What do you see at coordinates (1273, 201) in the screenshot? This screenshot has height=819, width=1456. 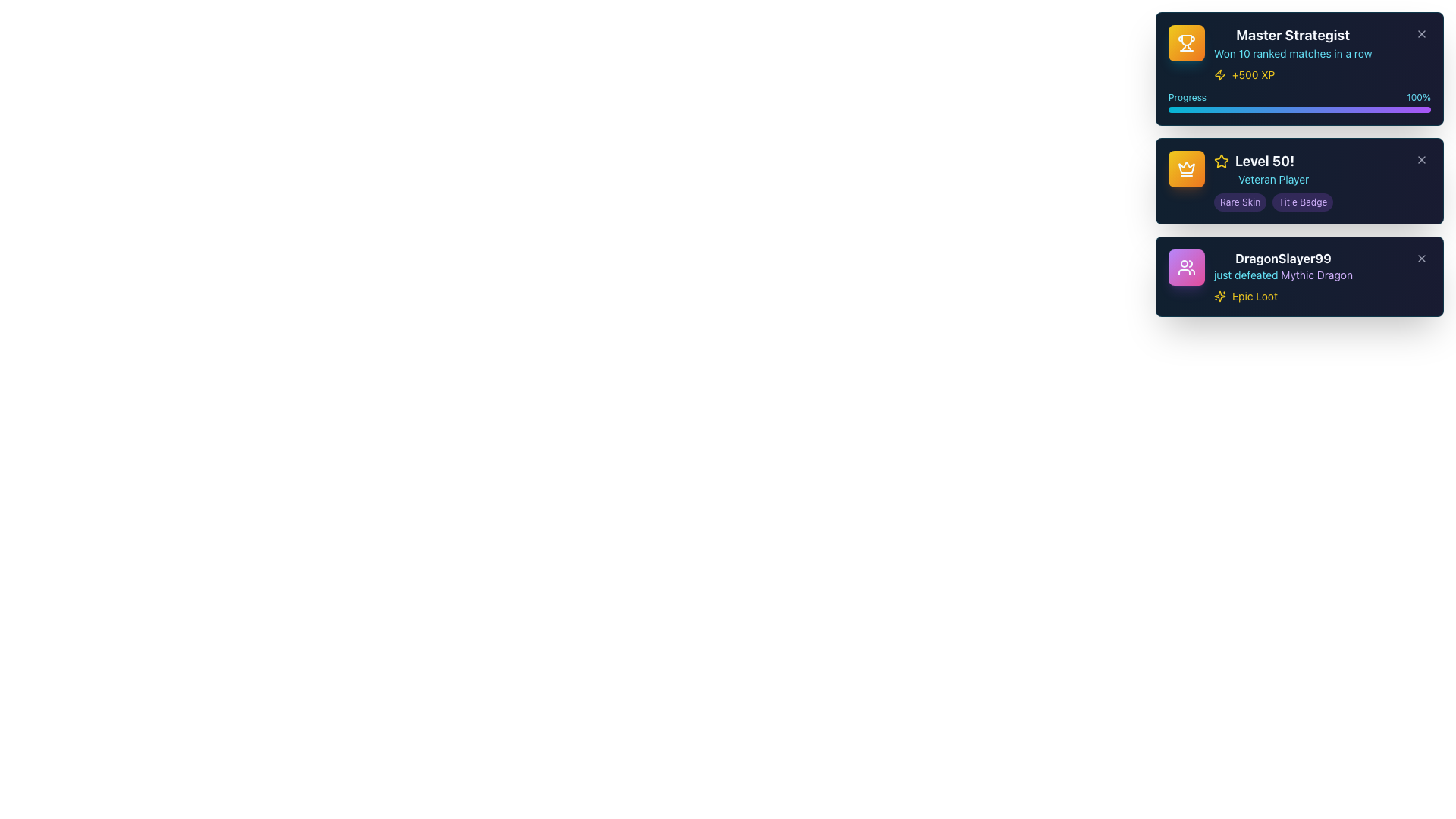 I see `the content of the Badge Group located in the 'Level 50!' section, below the 'Veteran Player' text` at bounding box center [1273, 201].